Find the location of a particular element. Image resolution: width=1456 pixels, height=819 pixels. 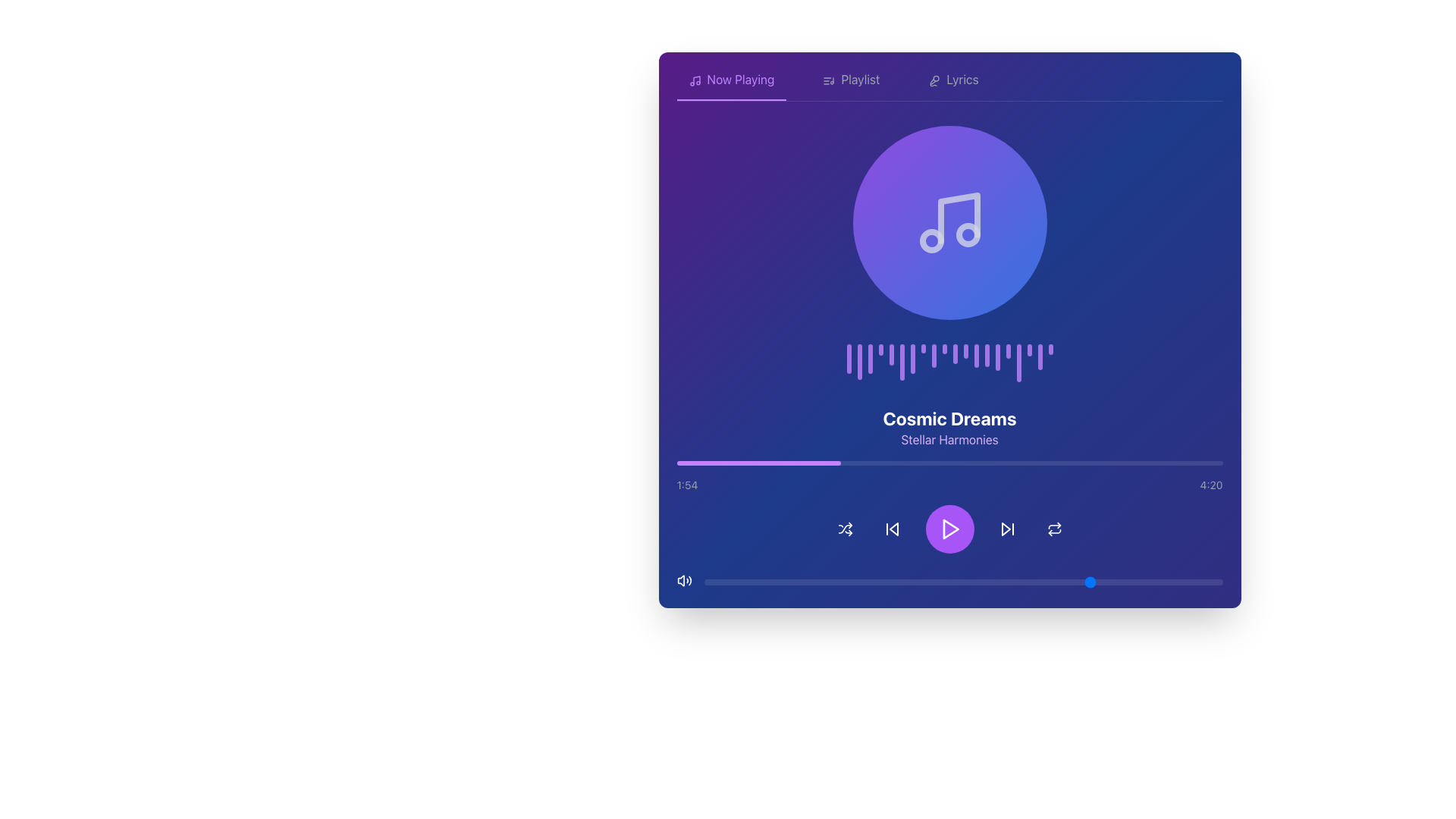

the 18th vertical progress indicator bar, which is a thin, semi-transparent purple bar part of a sequence of 20 bars, located in the upper-middle region of the interface is located at coordinates (1029, 350).